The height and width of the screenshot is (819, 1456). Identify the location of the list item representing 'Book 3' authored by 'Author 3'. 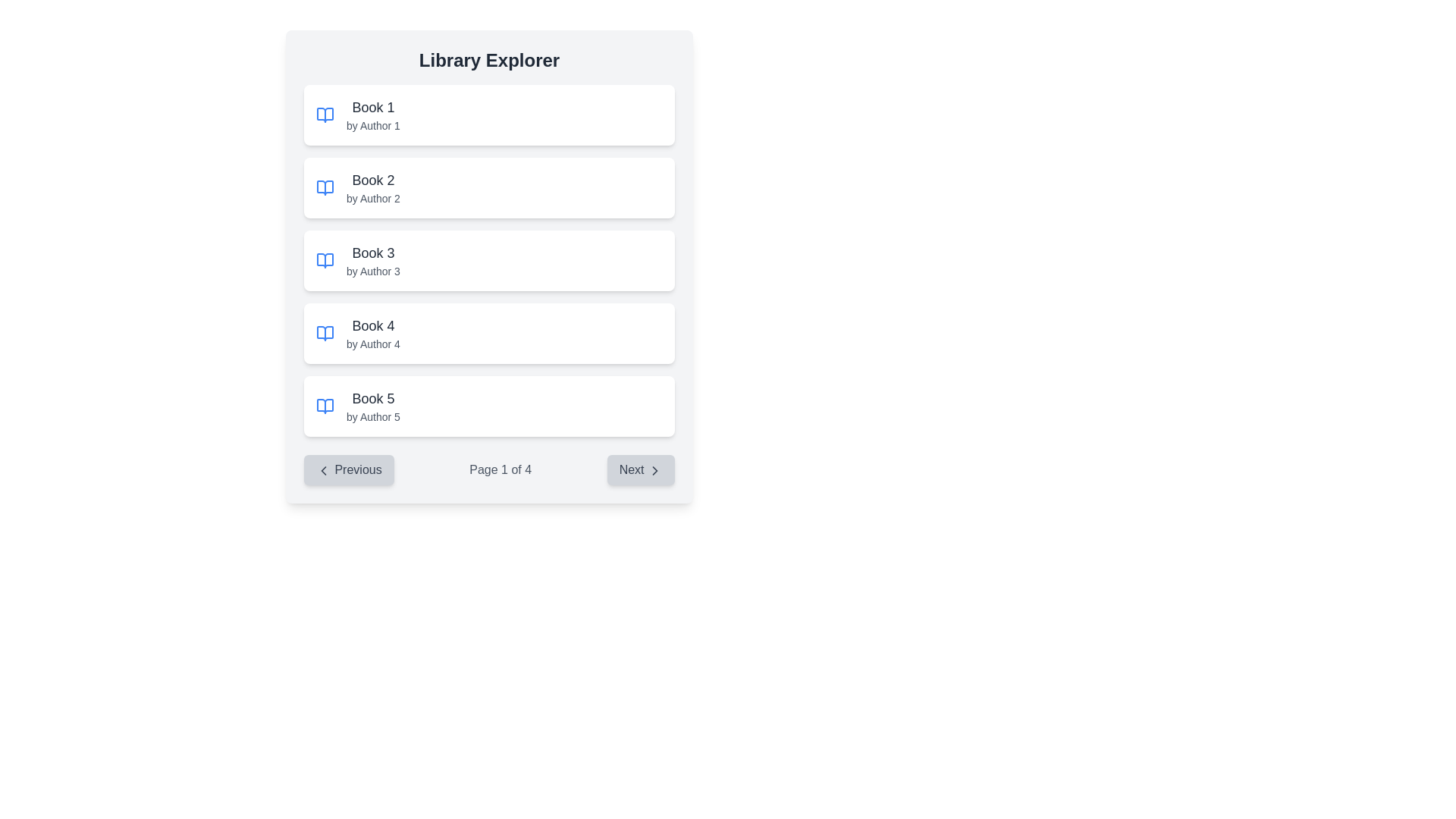
(373, 259).